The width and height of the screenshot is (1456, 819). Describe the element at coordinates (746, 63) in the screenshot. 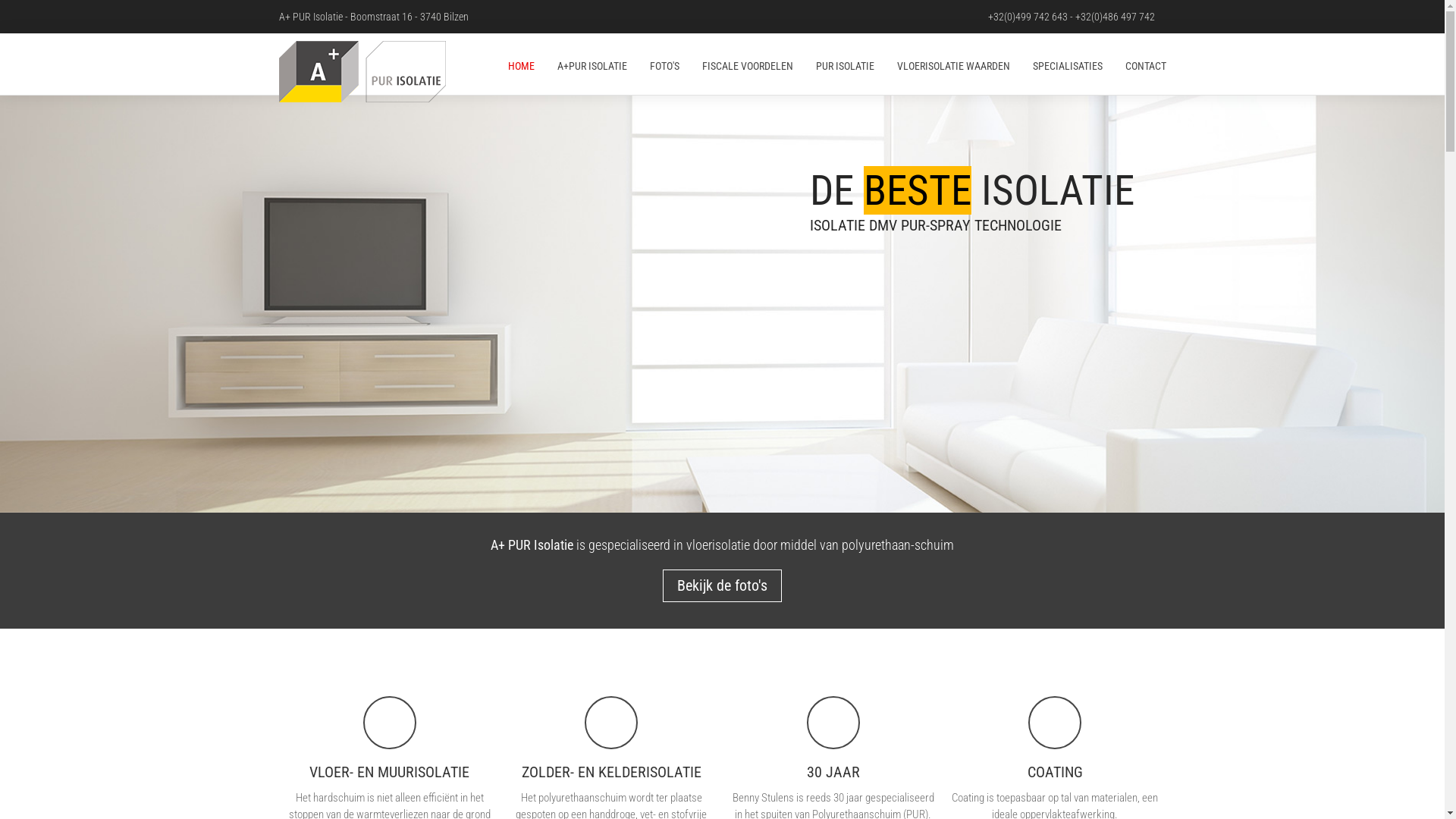

I see `'FISCALE VOORDELEN'` at that location.